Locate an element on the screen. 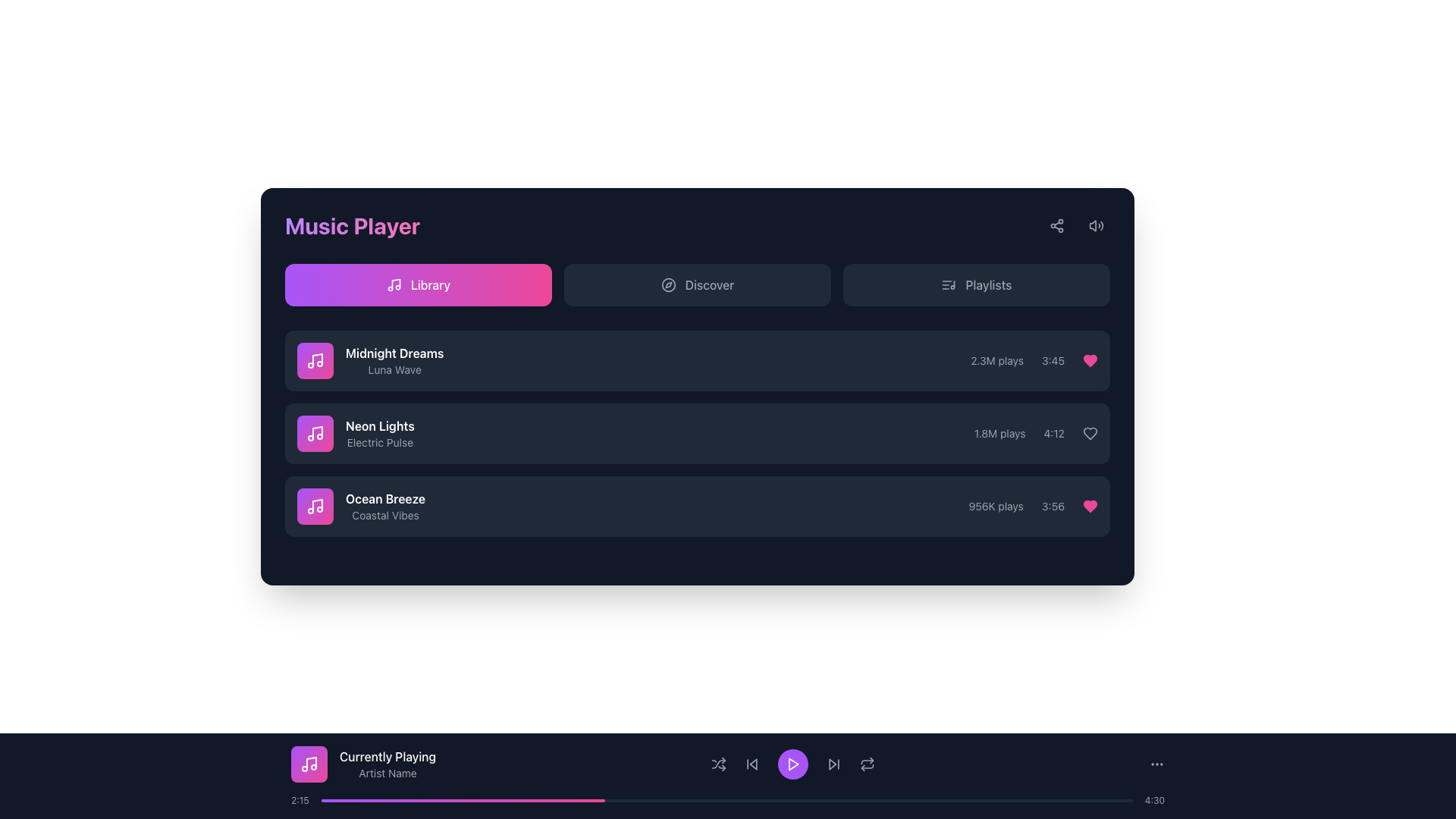  the circular play button icon located in the bottom control bar of the music player interface is located at coordinates (792, 764).